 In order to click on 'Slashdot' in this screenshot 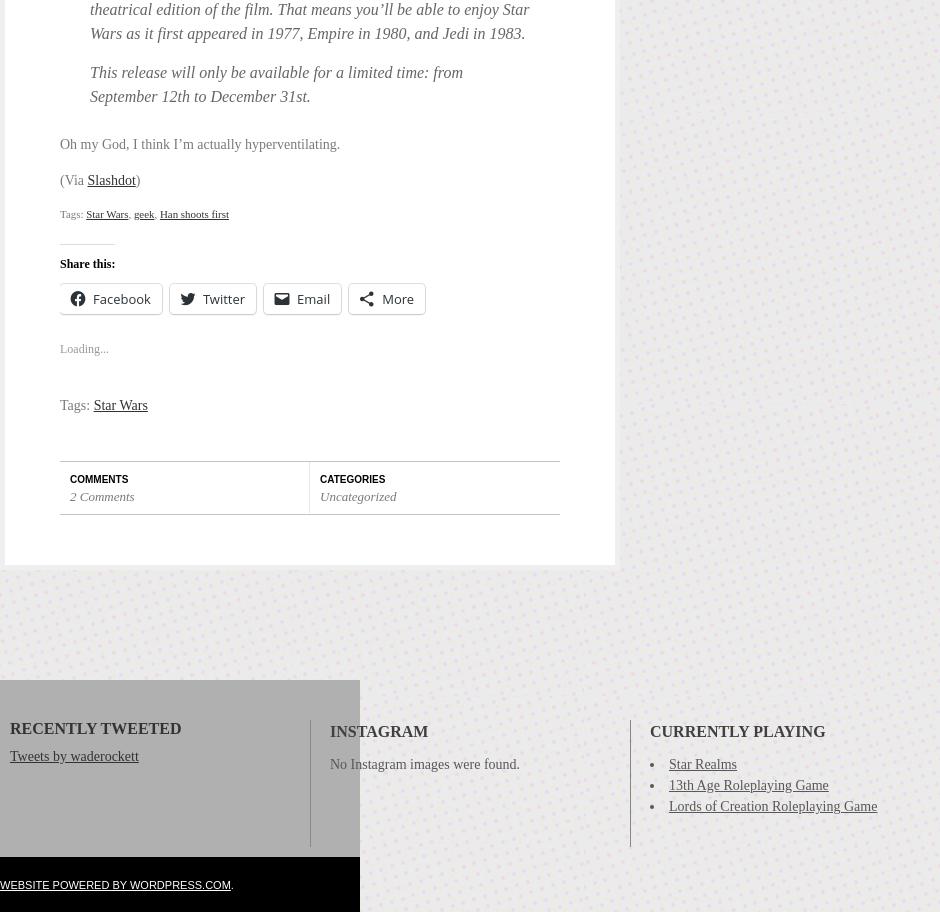, I will do `click(87, 179)`.